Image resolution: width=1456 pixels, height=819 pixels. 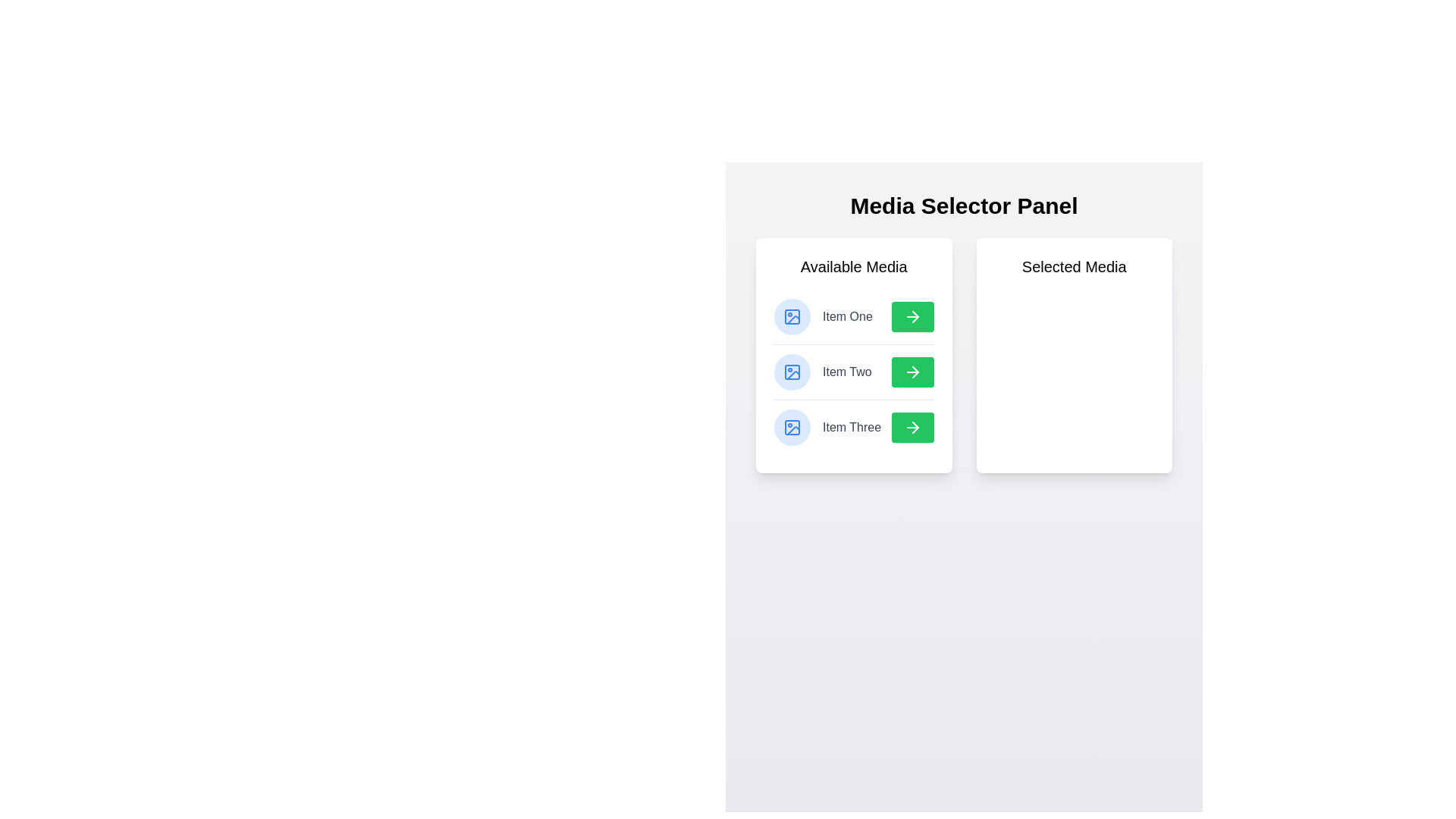 What do you see at coordinates (827, 427) in the screenshot?
I see `the 'Item Three' option in the media selector list` at bounding box center [827, 427].